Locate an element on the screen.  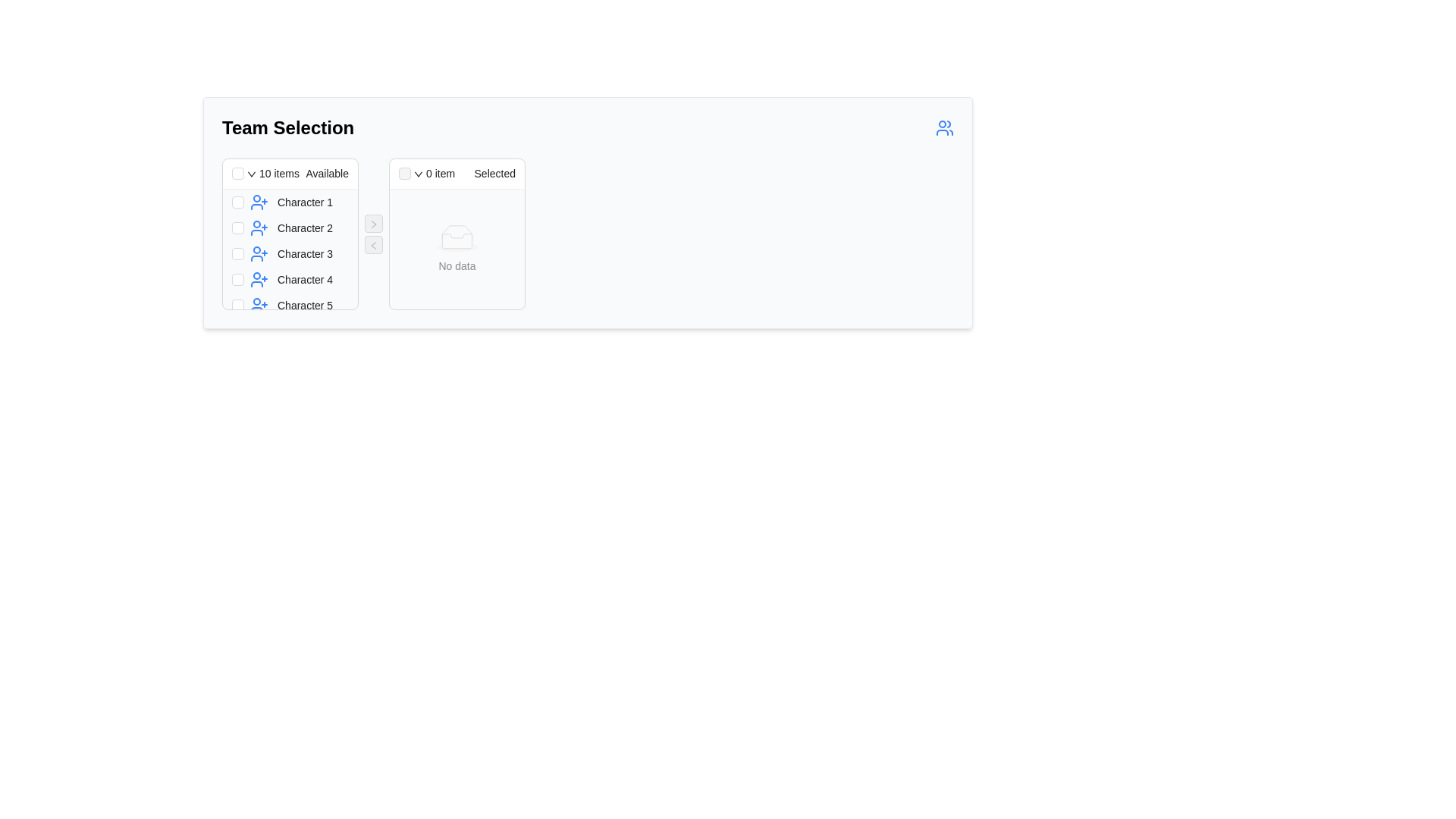
the checkbox for 'Character 4' in the 'Team Selection' section is located at coordinates (237, 280).